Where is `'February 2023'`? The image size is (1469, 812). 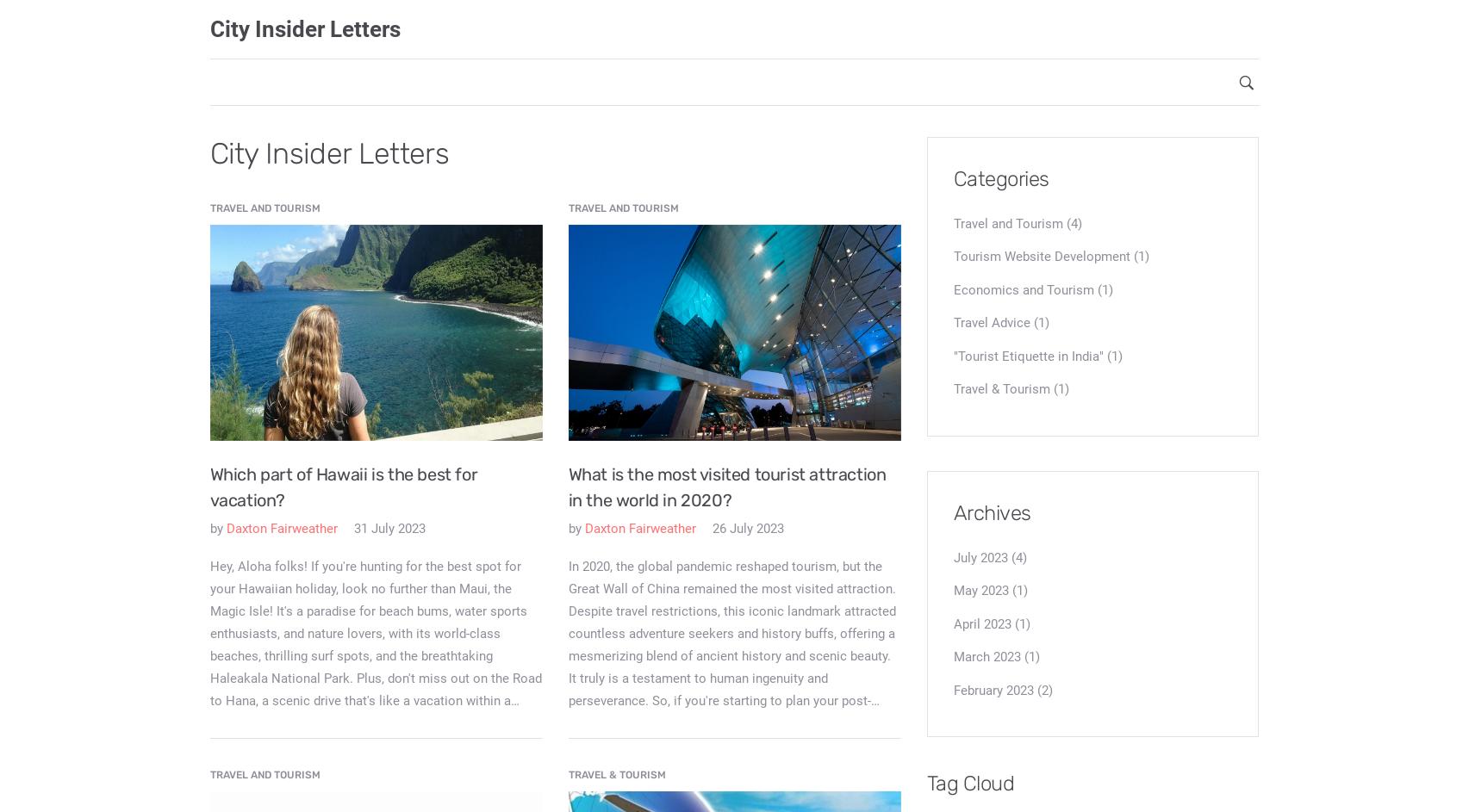
'February 2023' is located at coordinates (952, 688).